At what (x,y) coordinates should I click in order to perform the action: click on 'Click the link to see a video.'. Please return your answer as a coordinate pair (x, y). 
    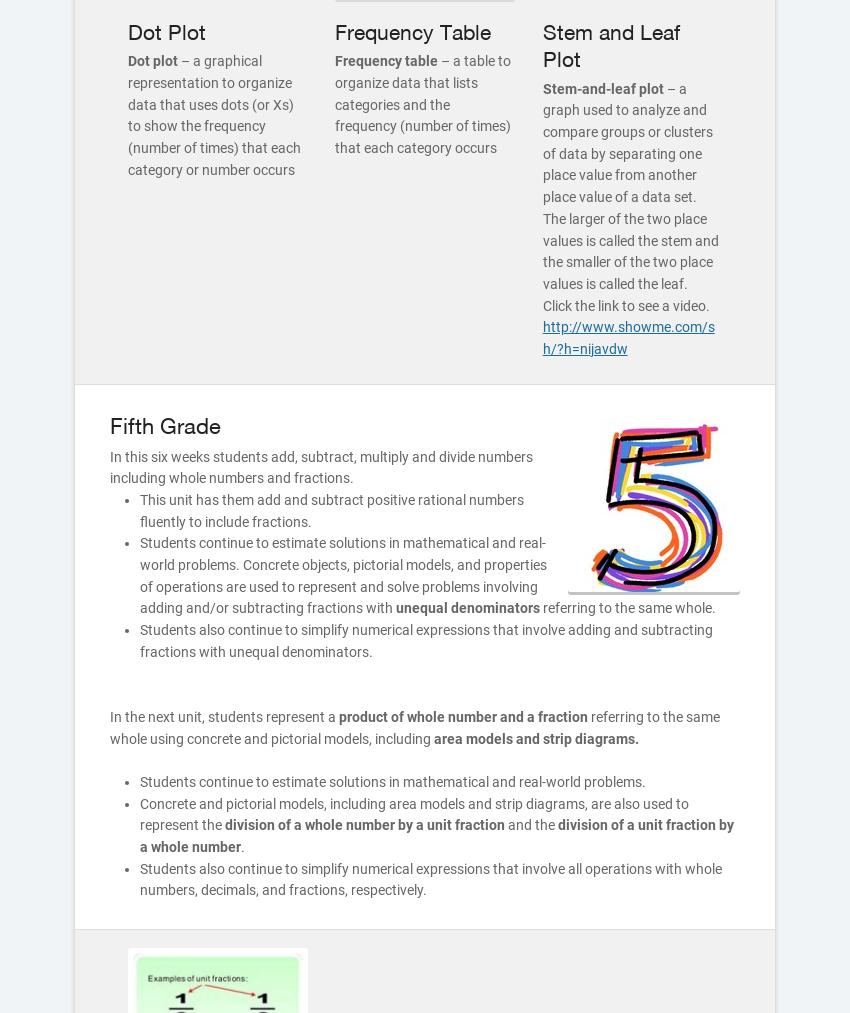
    Looking at the image, I should click on (624, 305).